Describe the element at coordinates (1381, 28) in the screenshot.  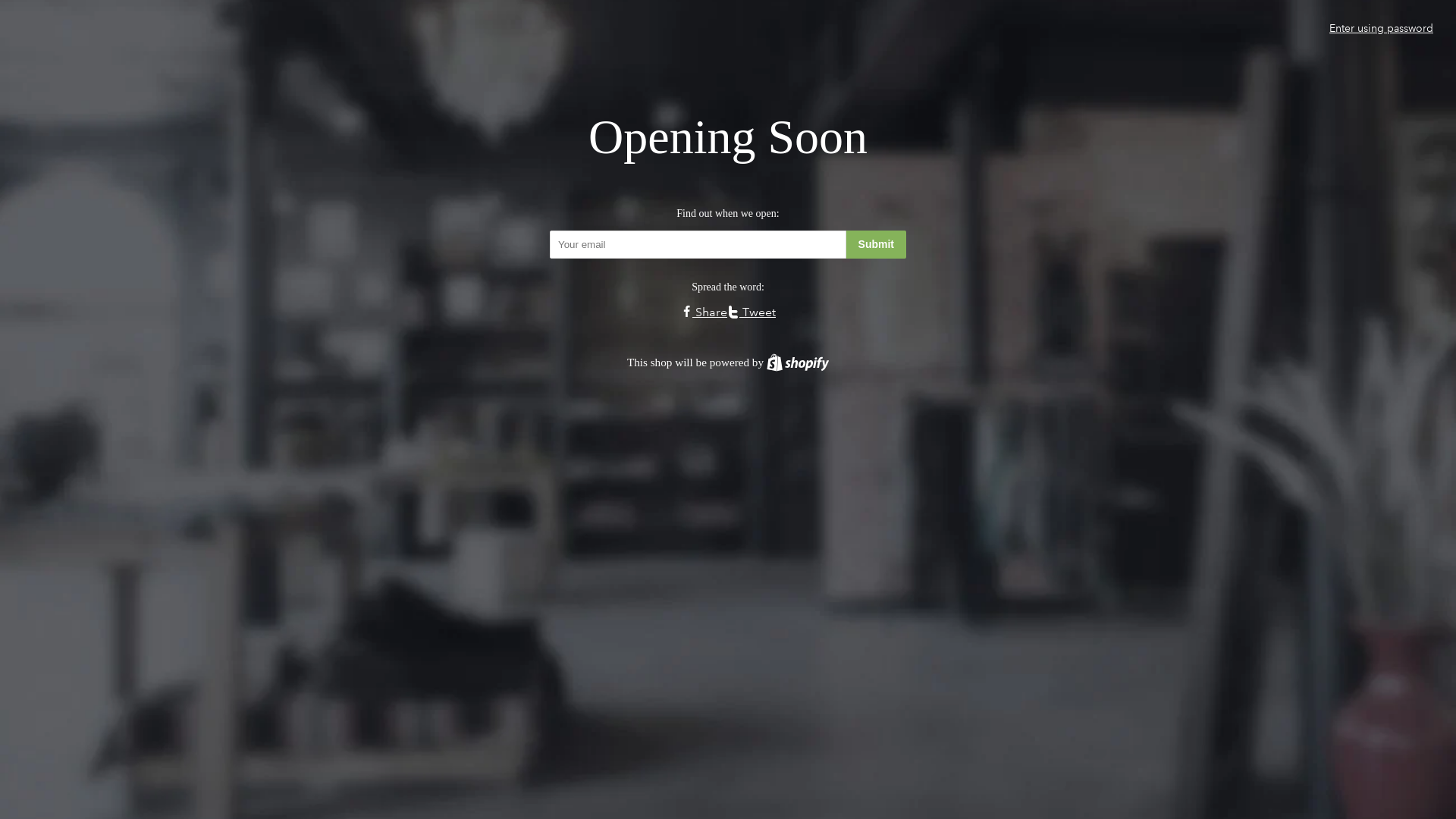
I see `'Enter using password'` at that location.